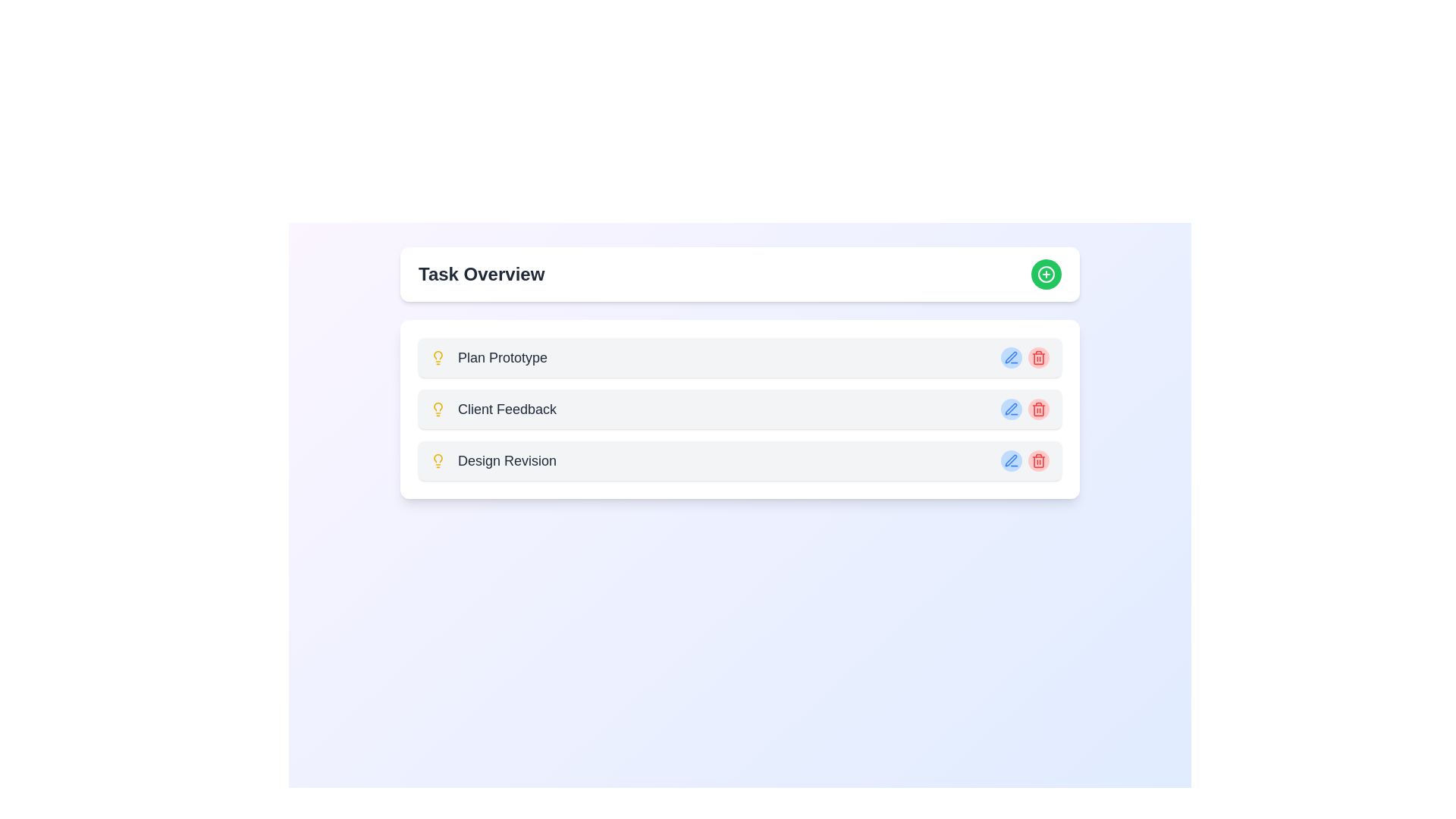 This screenshot has height=819, width=1456. What do you see at coordinates (1012, 357) in the screenshot?
I see `the pen icon button, which is located within the blue circle to the right of the 'Plan Prototype' task entry in the task overview list` at bounding box center [1012, 357].